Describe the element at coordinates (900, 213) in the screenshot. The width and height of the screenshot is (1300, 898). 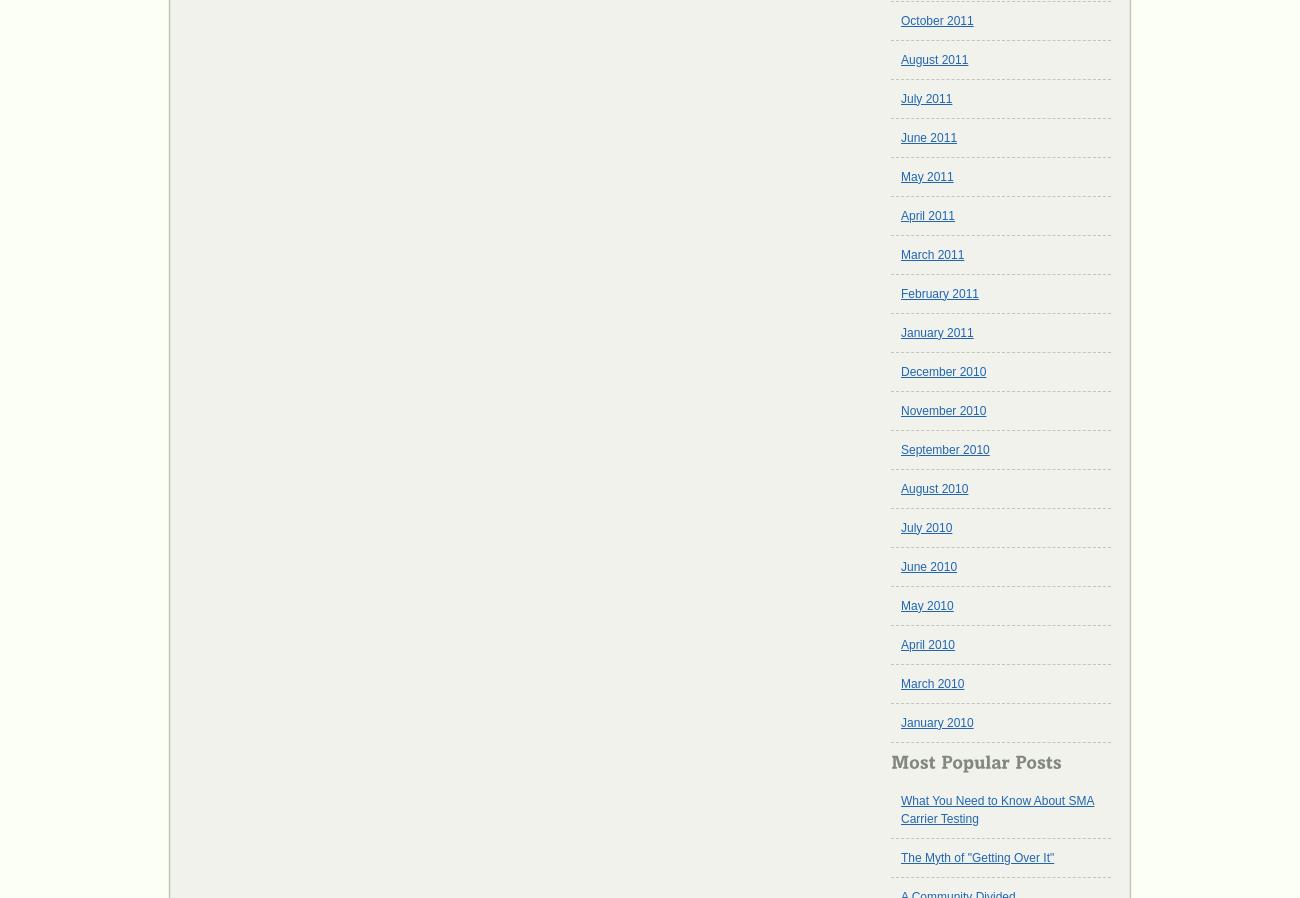
I see `'April 2011'` at that location.